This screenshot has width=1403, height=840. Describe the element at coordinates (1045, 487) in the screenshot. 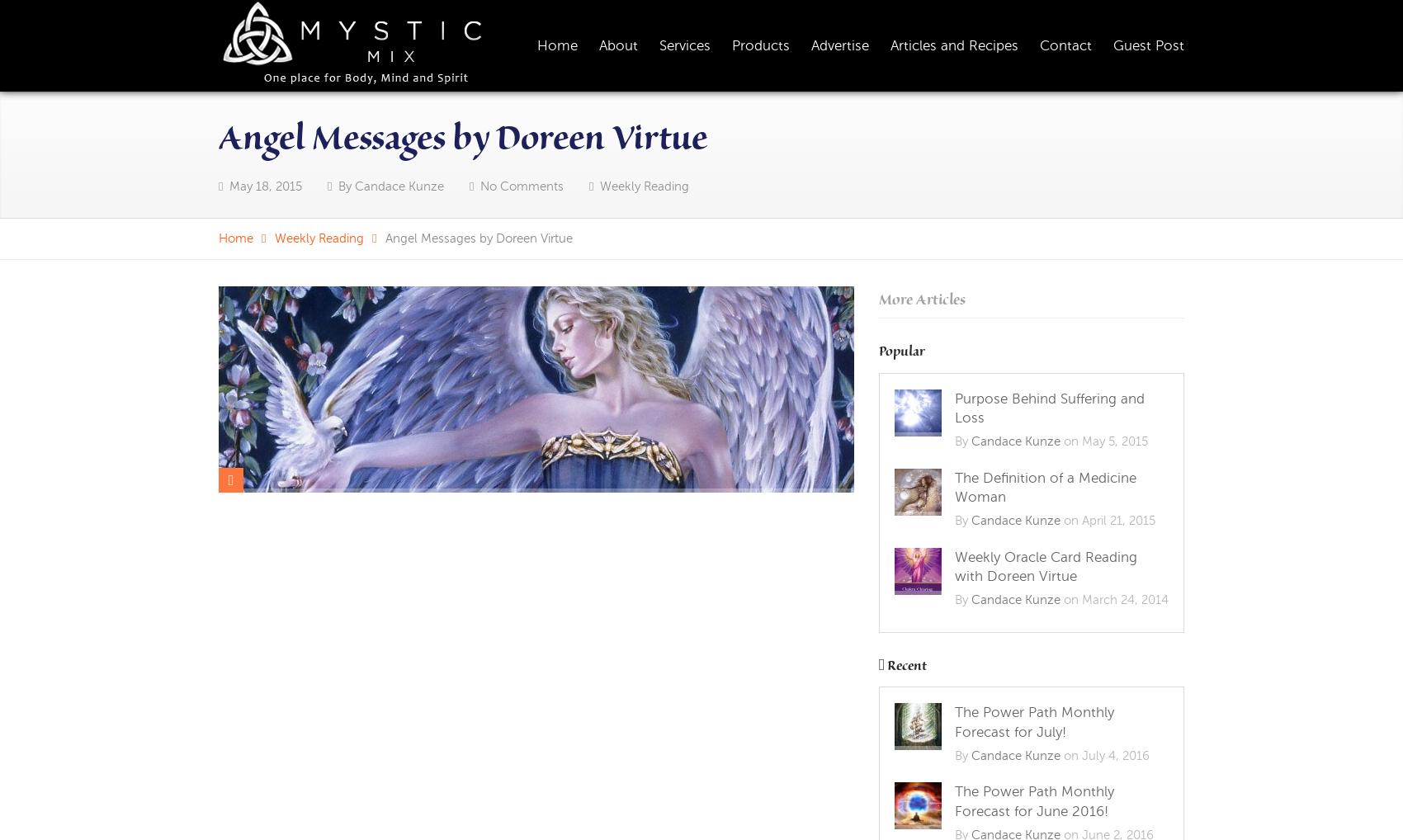

I see `'The Definition of a Medicine Woman'` at that location.